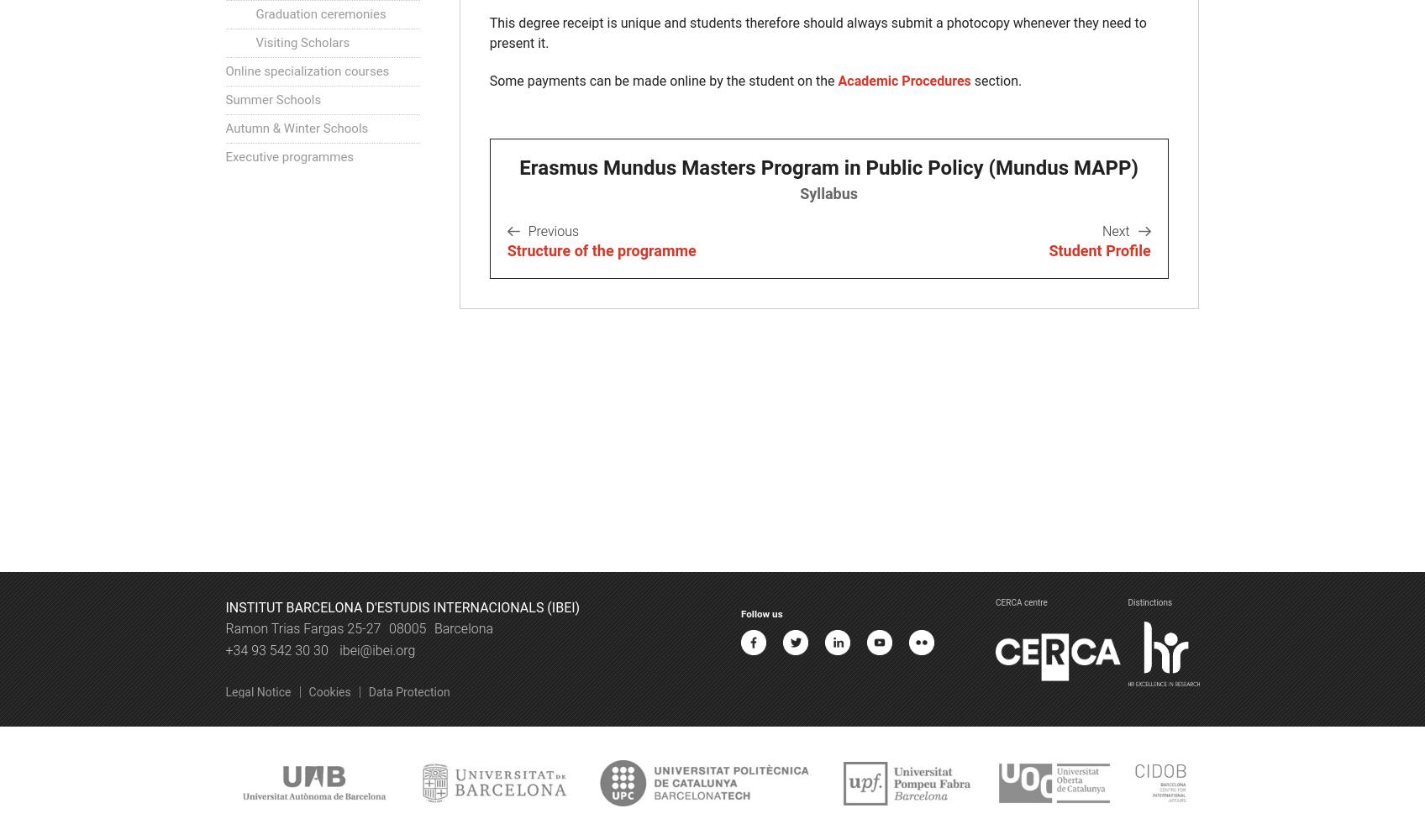 The image size is (1425, 840). What do you see at coordinates (223, 99) in the screenshot?
I see `'Summer Schools'` at bounding box center [223, 99].